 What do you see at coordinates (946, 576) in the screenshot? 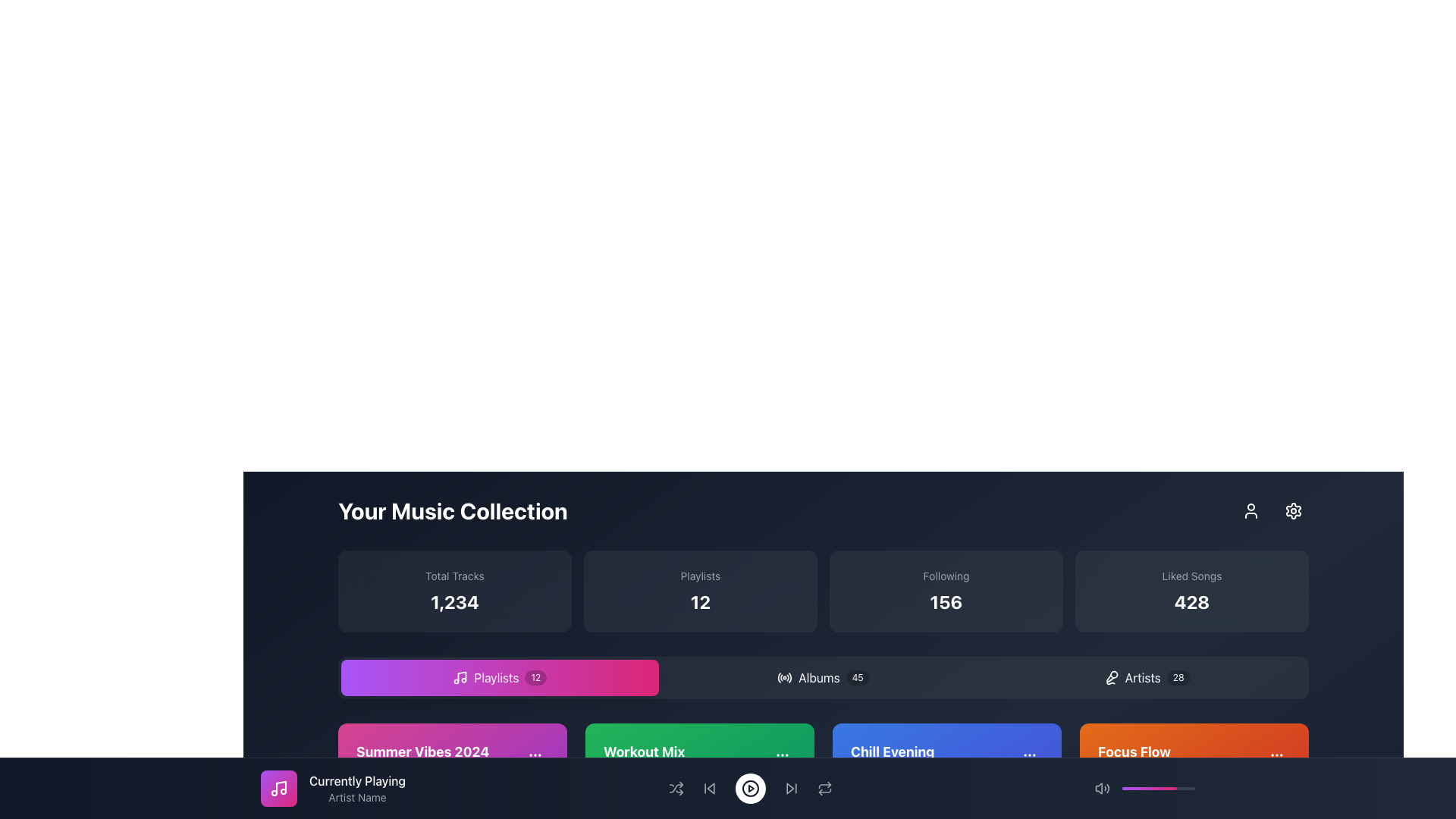
I see `the 'Following' text label displayed in a small, light-gray font at the top of the card with rounded edges and a semi-transparent dark background` at bounding box center [946, 576].